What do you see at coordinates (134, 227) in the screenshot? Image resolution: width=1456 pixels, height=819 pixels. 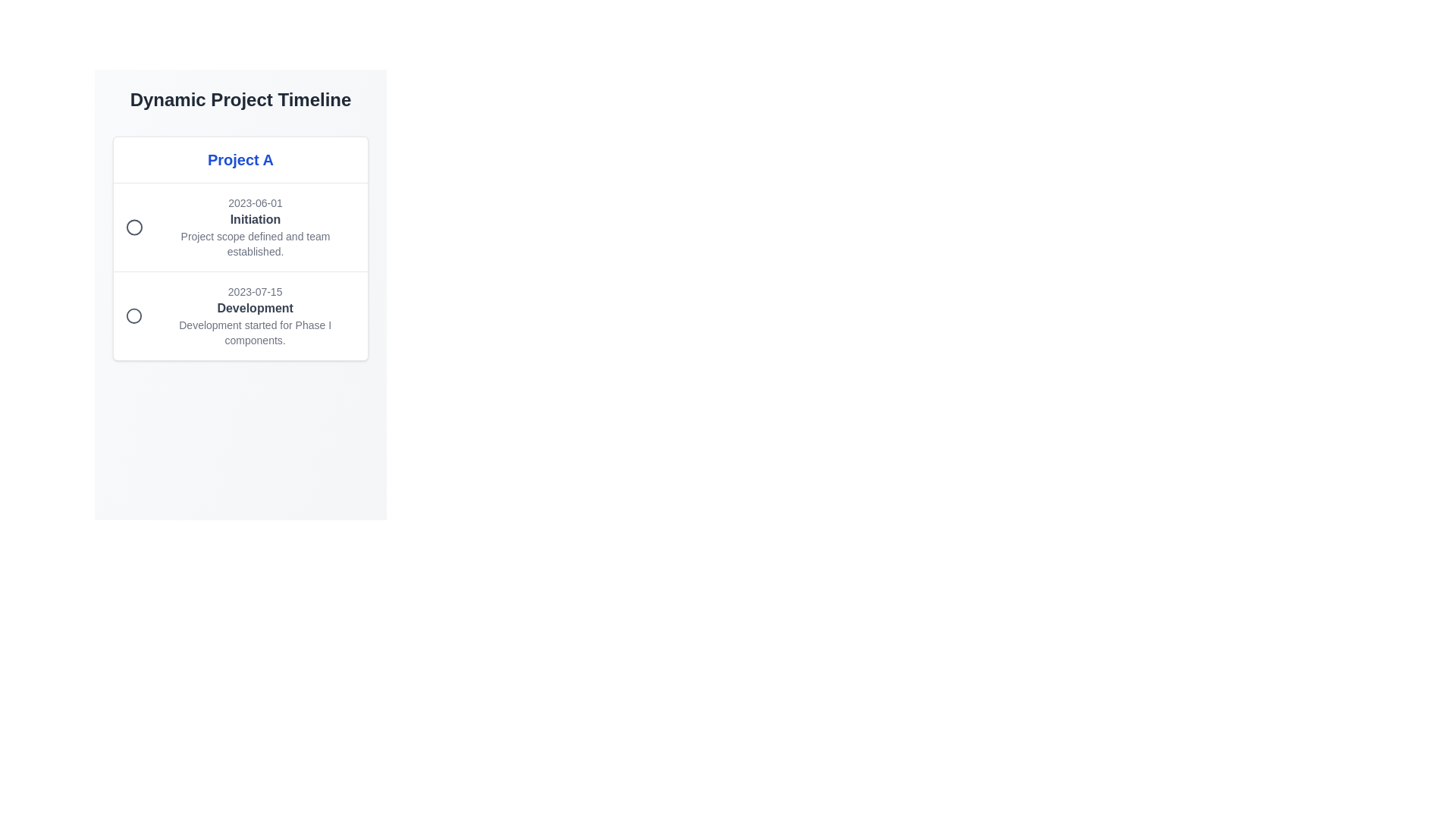 I see `the SVG Circle Graphic that serves as a visual marker for the timeline event 'Initiation', located in the left-side margin of the project timeline card` at bounding box center [134, 227].